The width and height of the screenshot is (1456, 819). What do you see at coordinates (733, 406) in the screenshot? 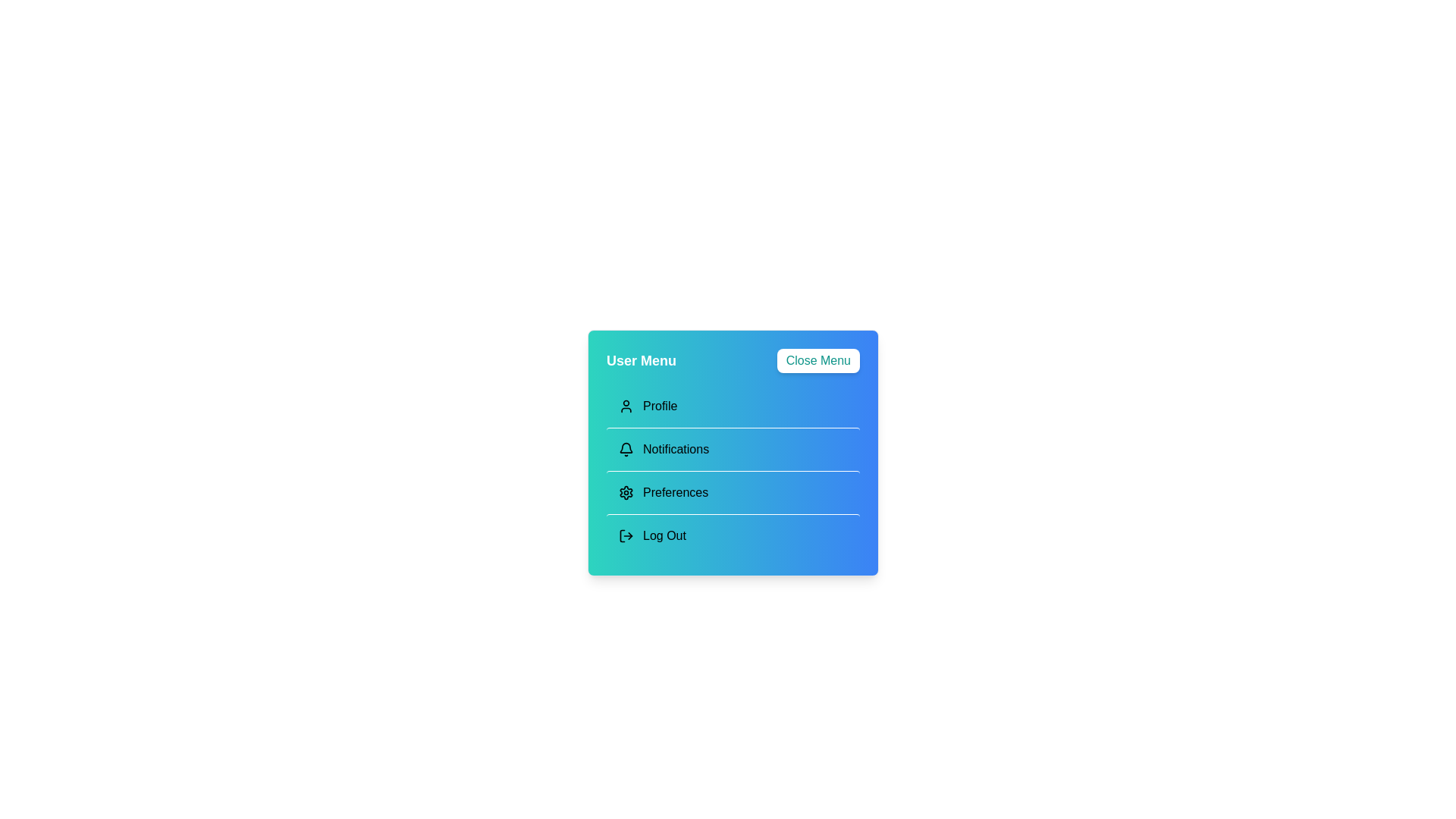
I see `the menu option Profile by clicking on its corresponding area` at bounding box center [733, 406].